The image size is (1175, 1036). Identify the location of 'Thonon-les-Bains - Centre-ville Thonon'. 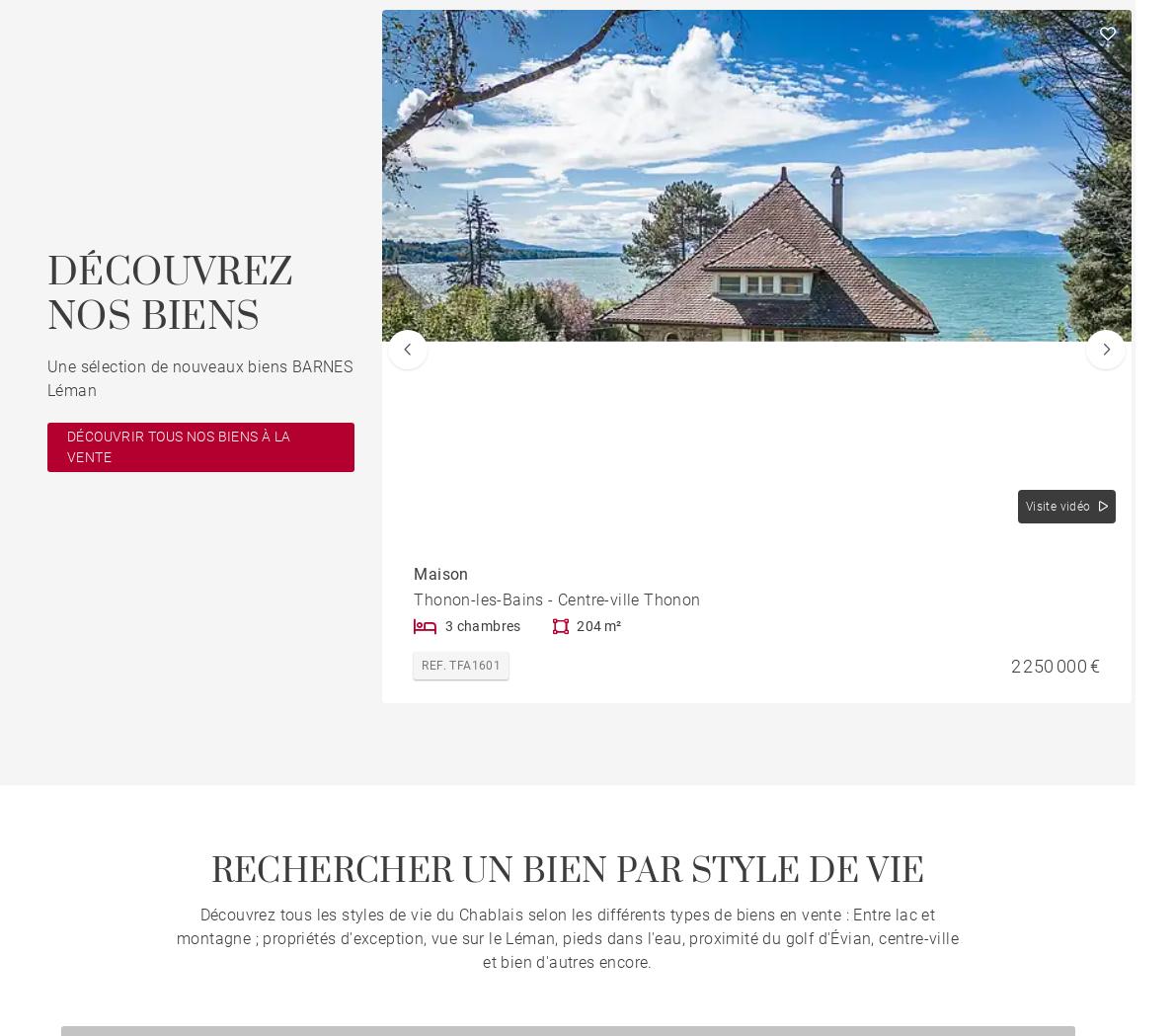
(413, 598).